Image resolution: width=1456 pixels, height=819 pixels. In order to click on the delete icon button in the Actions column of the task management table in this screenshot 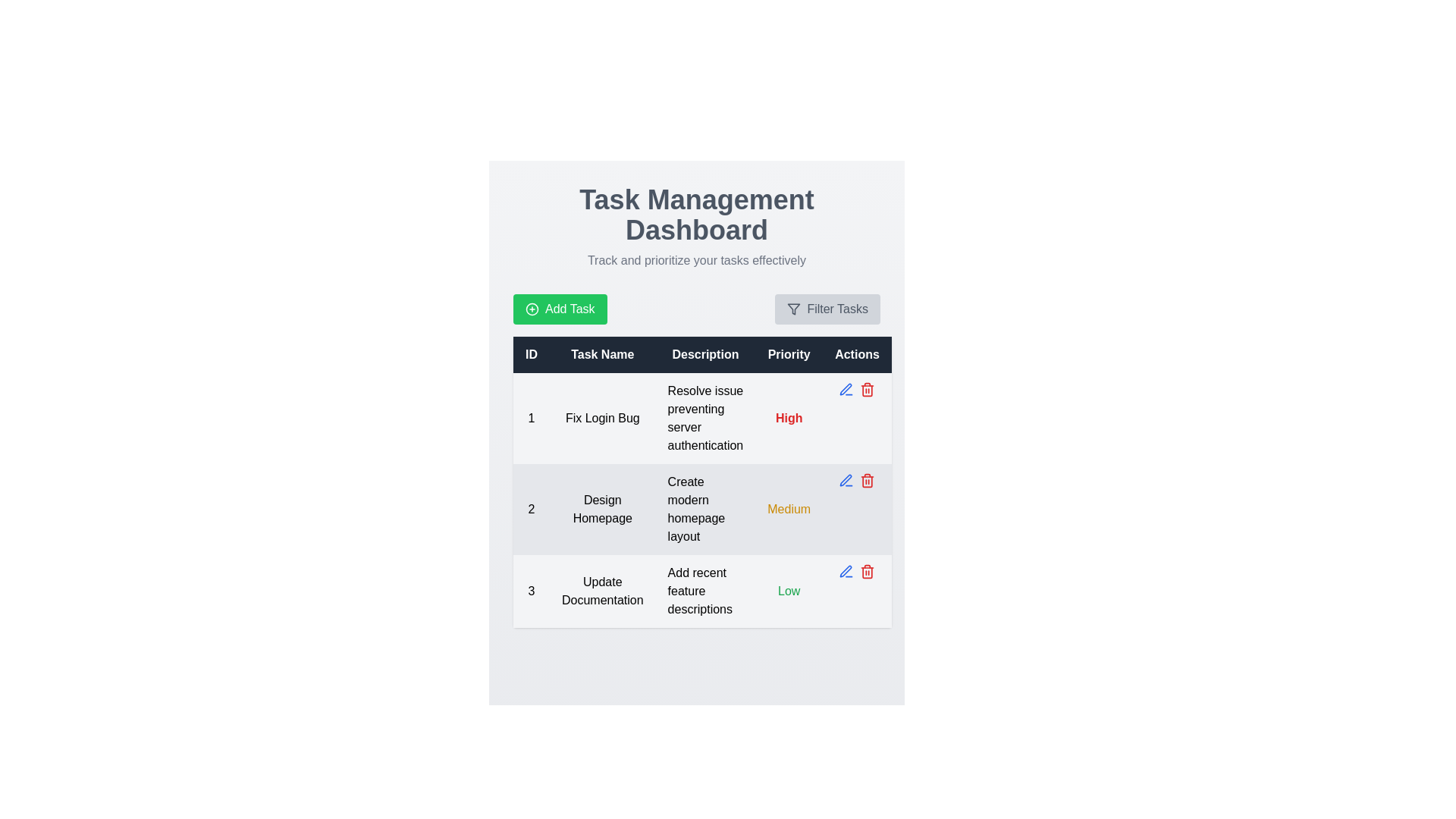, I will do `click(868, 573)`.